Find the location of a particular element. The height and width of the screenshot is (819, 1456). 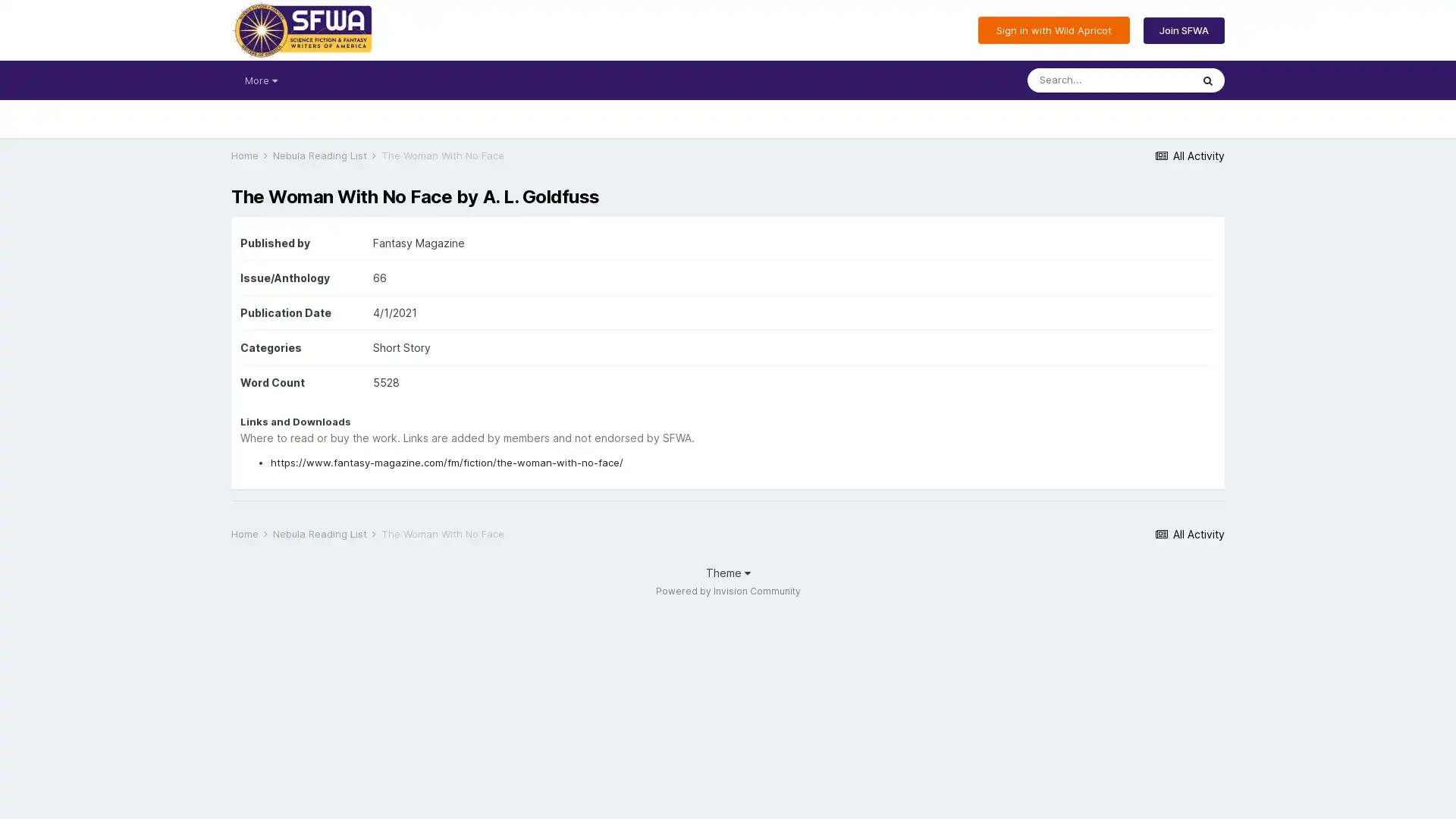

Search is located at coordinates (1207, 80).